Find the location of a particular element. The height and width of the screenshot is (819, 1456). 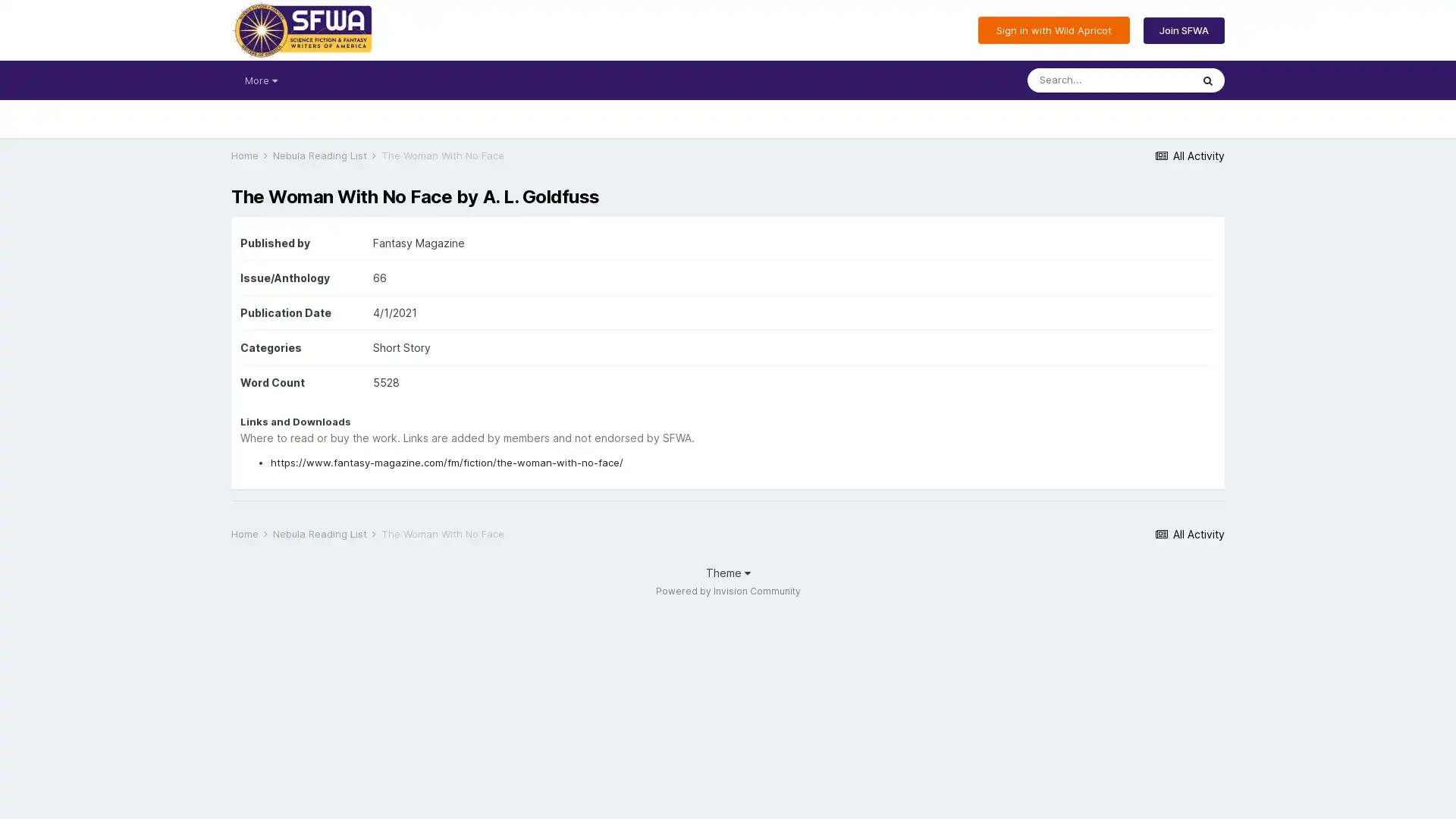

Search is located at coordinates (1207, 80).